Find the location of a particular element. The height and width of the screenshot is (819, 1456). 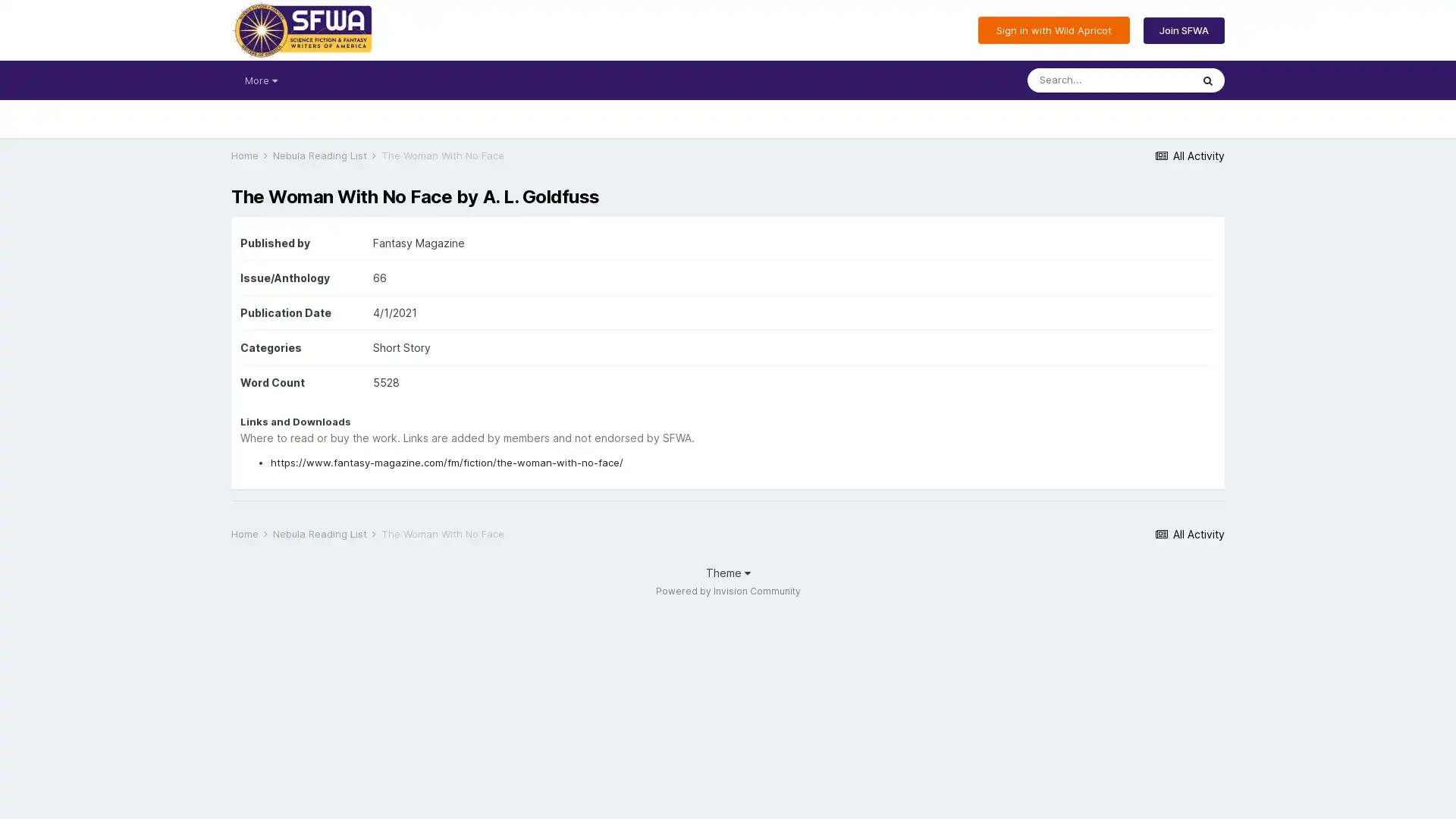

Search is located at coordinates (1207, 80).